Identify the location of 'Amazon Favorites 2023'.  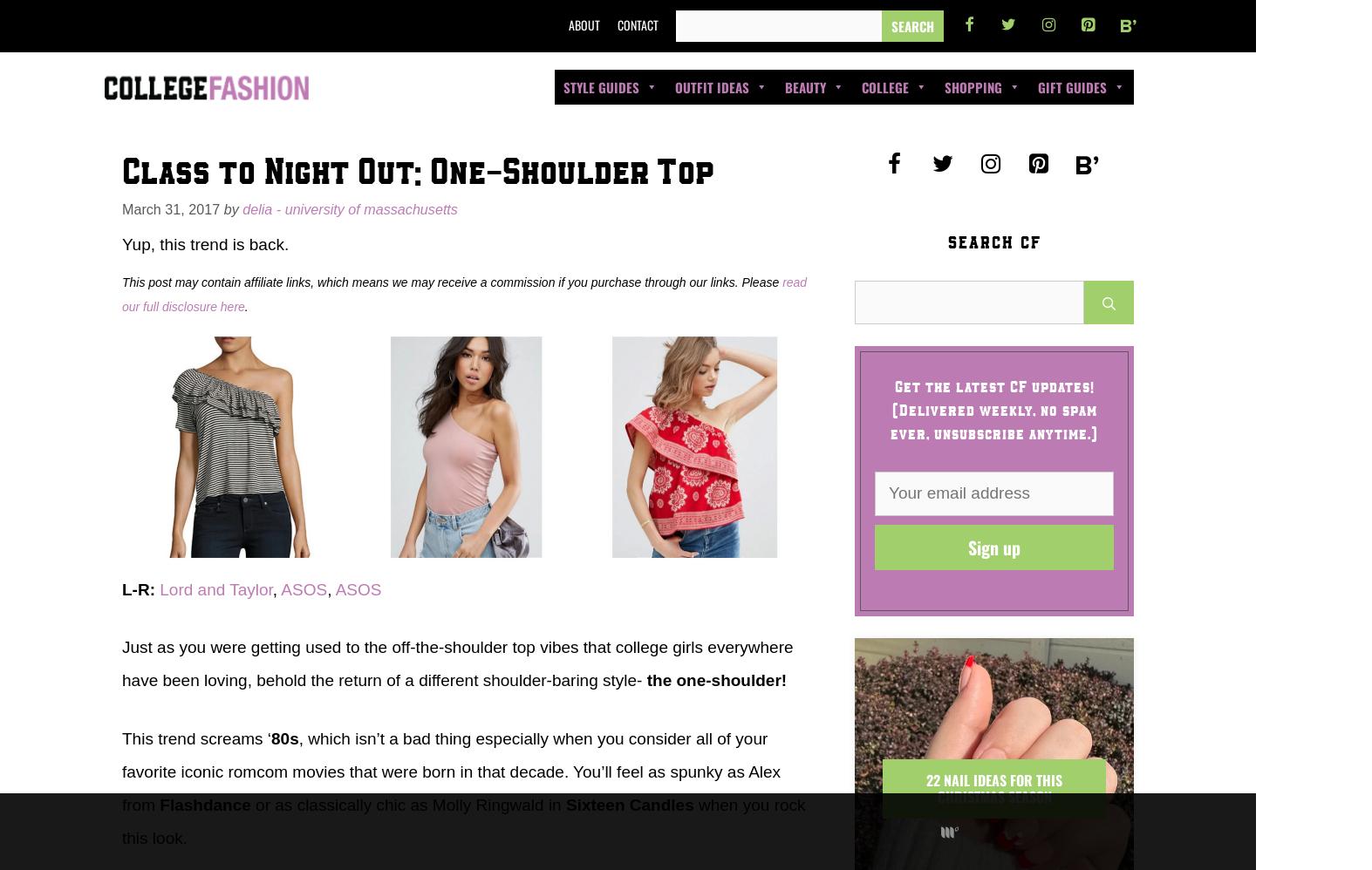
(1015, 240).